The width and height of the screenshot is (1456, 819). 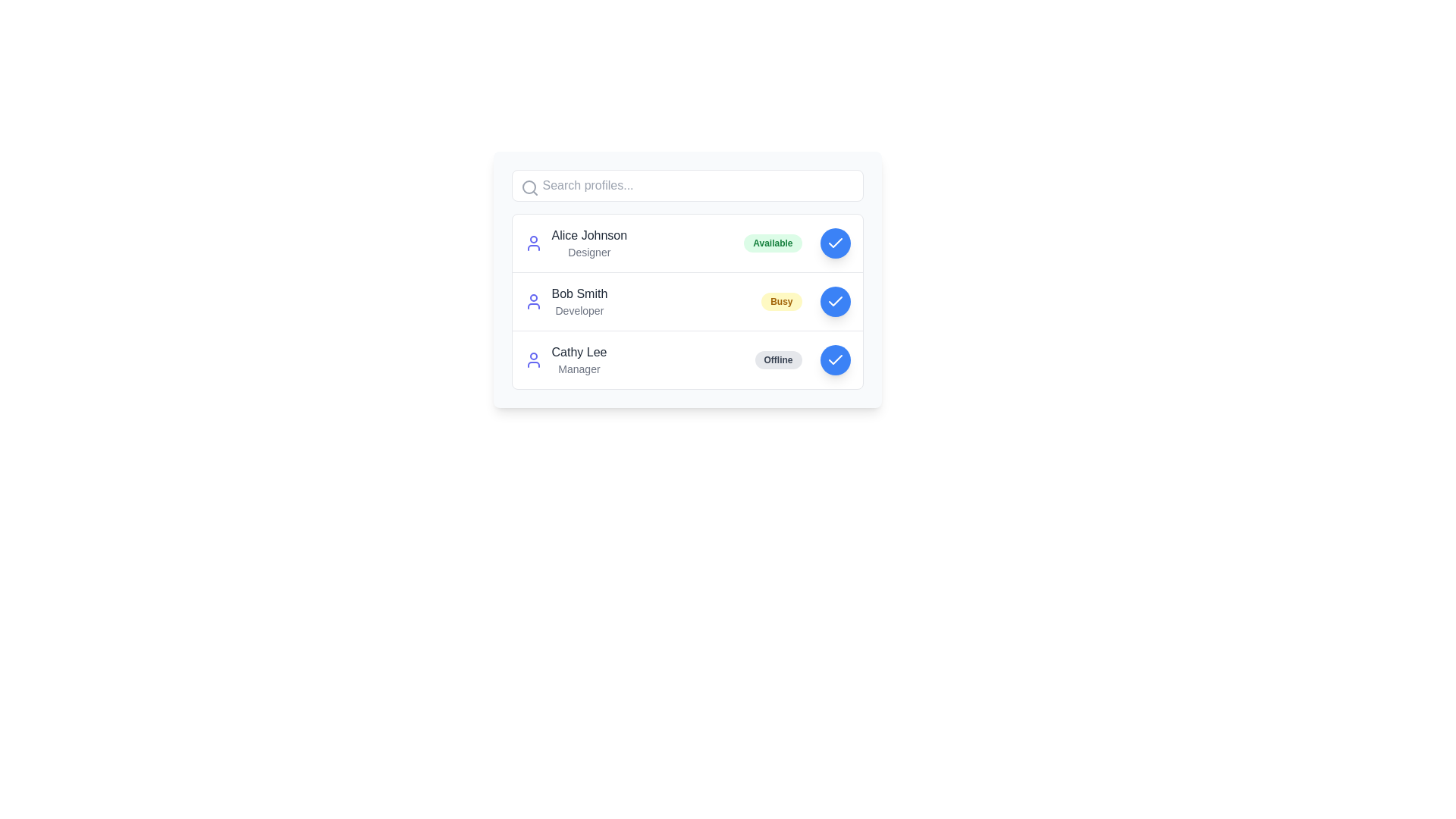 I want to click on the text label displaying 'Designer', which is styled in gray and positioned beneath 'Alice Johnson', so click(x=588, y=251).